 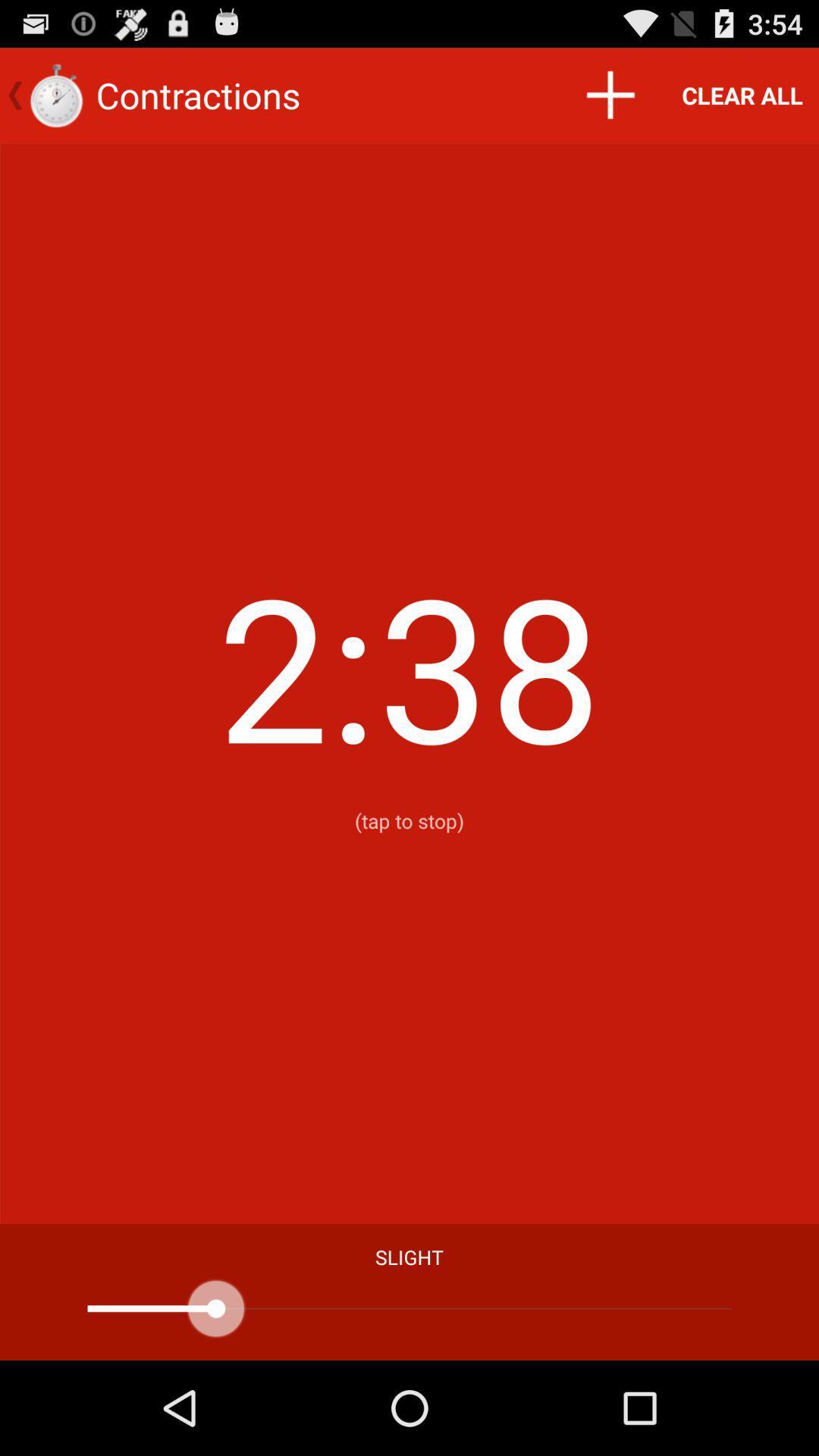 What do you see at coordinates (742, 94) in the screenshot?
I see `app above (tap to stop) icon` at bounding box center [742, 94].